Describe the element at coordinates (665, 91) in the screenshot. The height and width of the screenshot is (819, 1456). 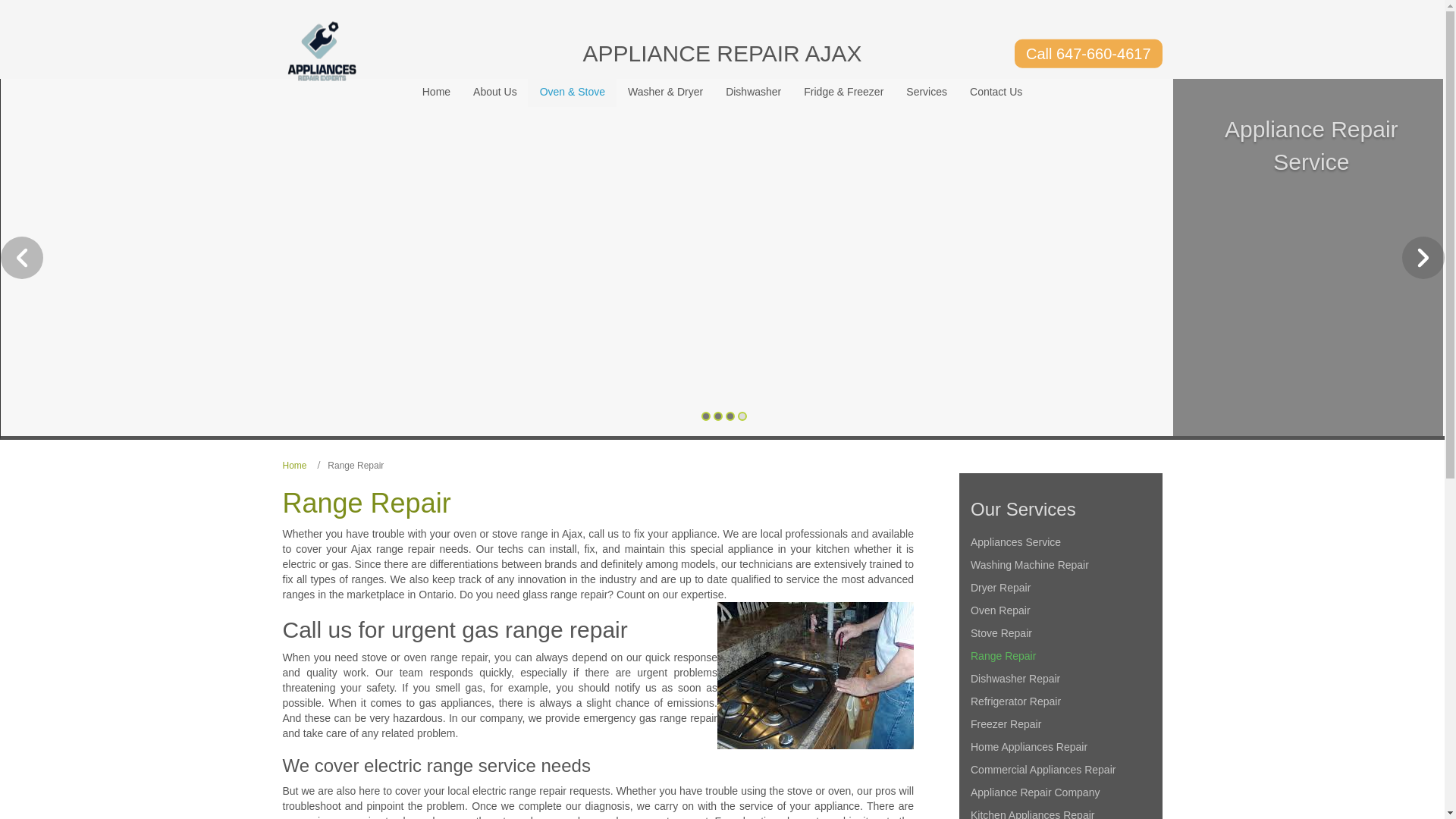
I see `'Washer & Dryer'` at that location.